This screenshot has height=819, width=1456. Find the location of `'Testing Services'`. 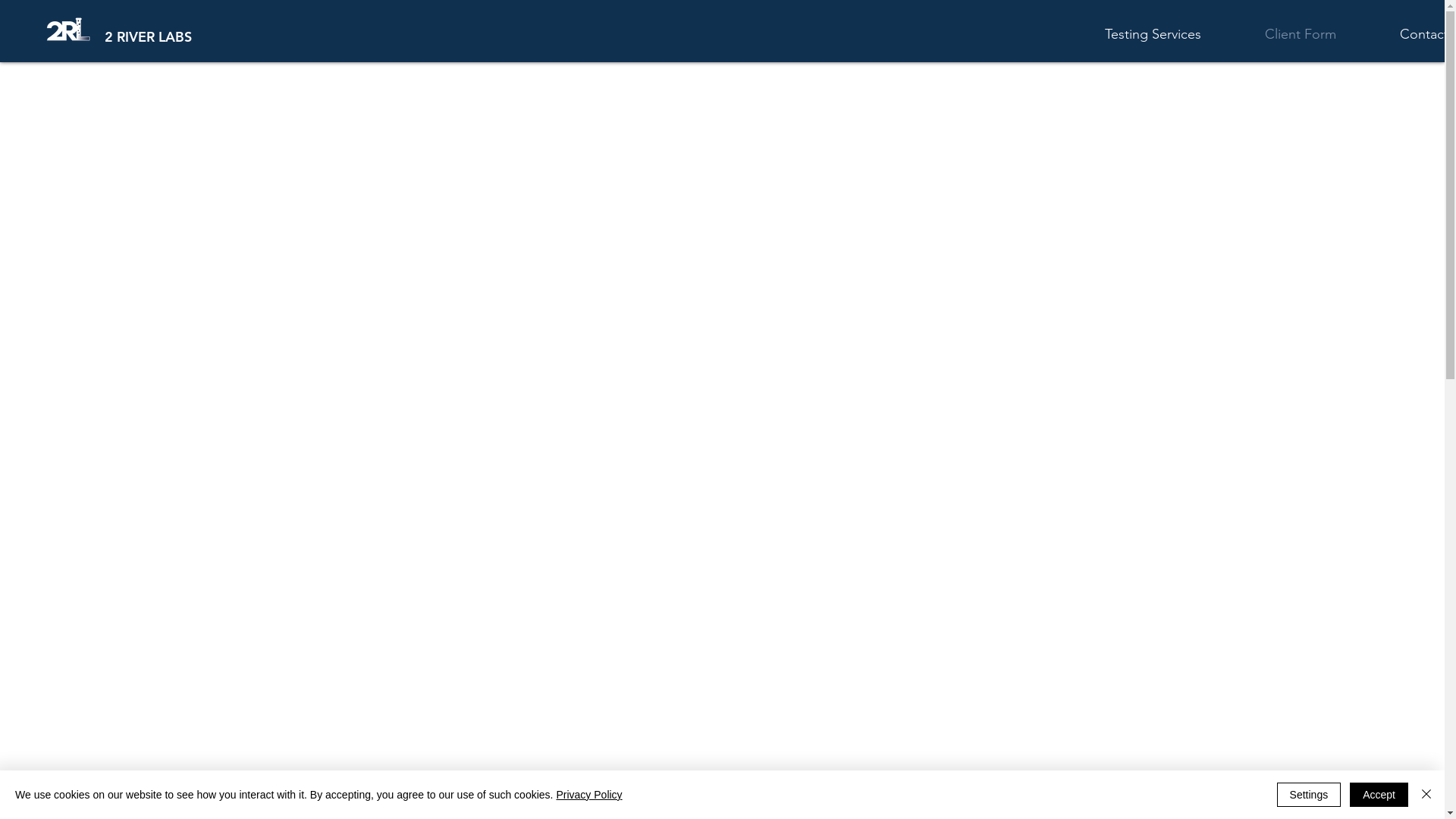

'Testing Services' is located at coordinates (1172, 34).